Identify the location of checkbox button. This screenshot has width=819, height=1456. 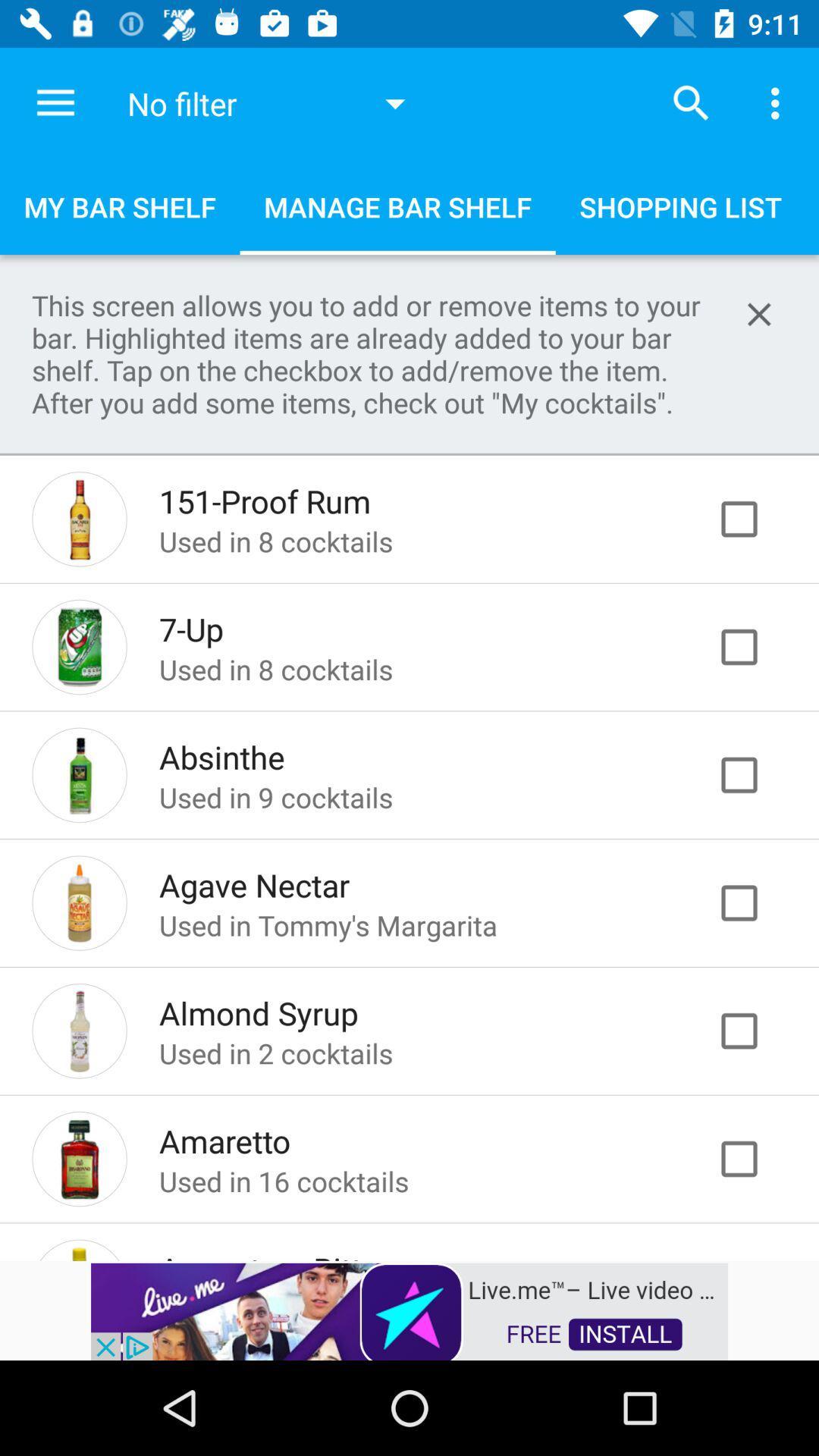
(755, 775).